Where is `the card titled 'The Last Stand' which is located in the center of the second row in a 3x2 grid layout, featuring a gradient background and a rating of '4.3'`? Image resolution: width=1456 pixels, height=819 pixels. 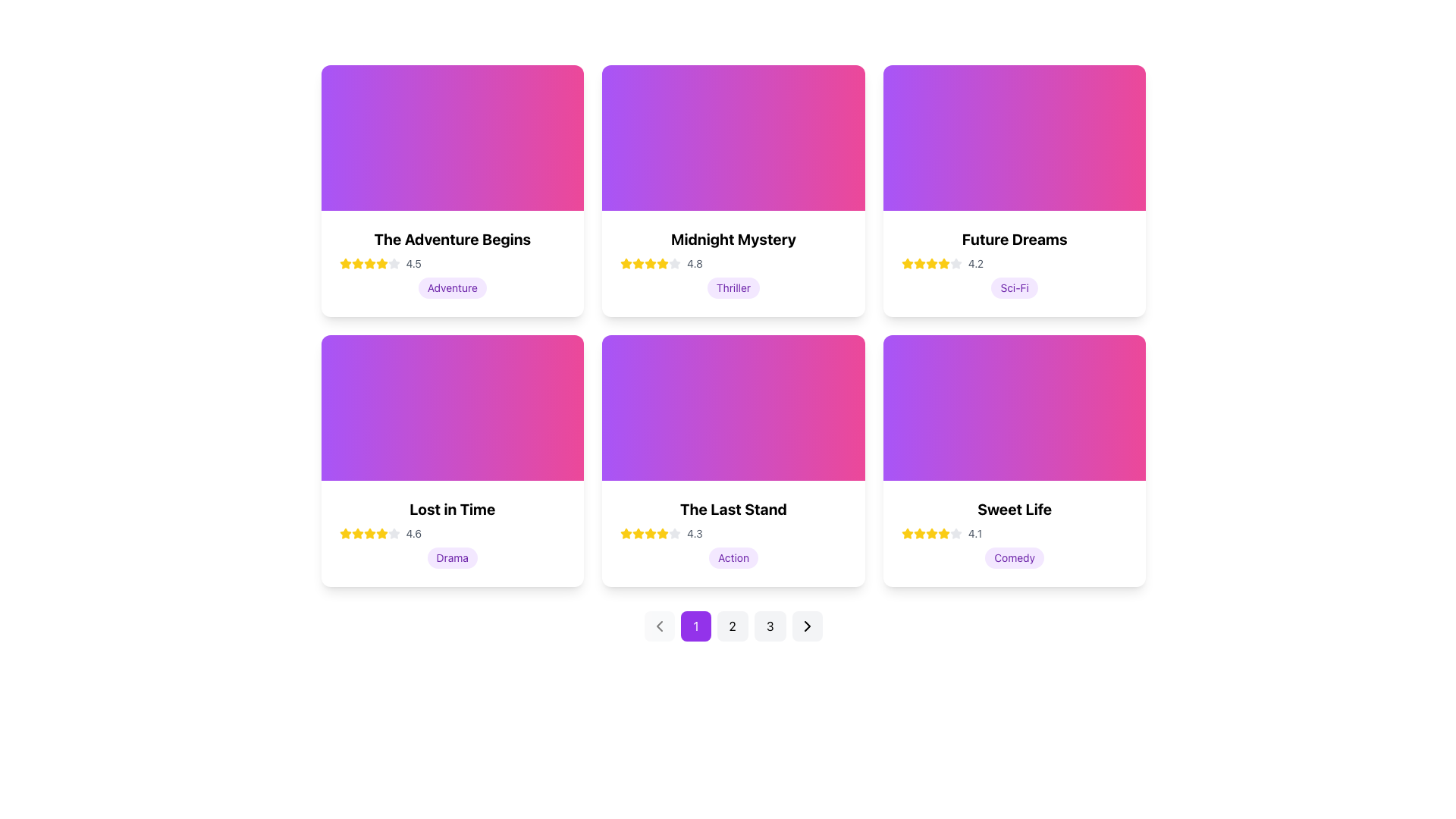 the card titled 'The Last Stand' which is located in the center of the second row in a 3x2 grid layout, featuring a gradient background and a rating of '4.3' is located at coordinates (733, 460).